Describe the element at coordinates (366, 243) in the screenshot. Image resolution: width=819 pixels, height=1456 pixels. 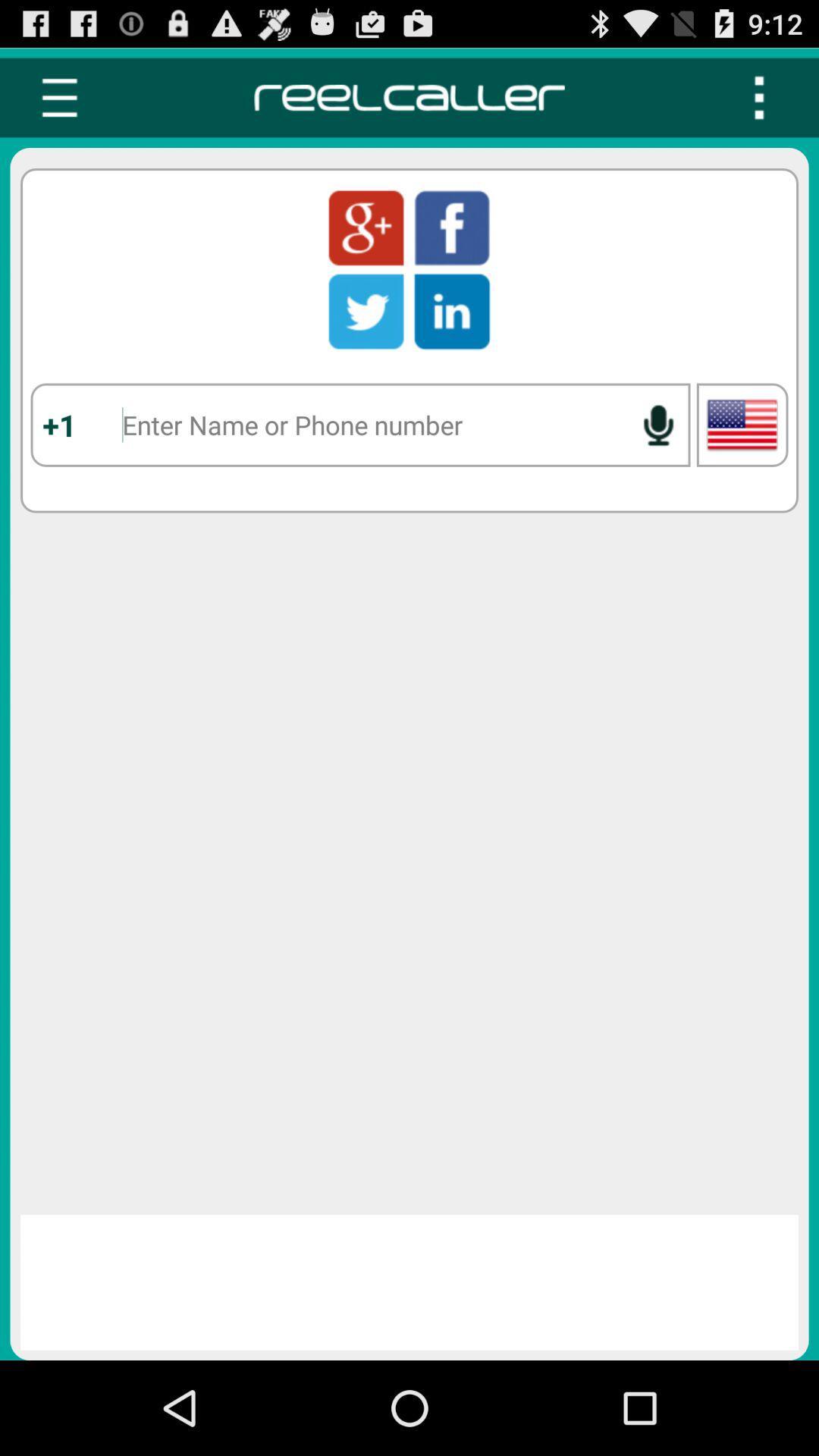
I see `the follow icon` at that location.